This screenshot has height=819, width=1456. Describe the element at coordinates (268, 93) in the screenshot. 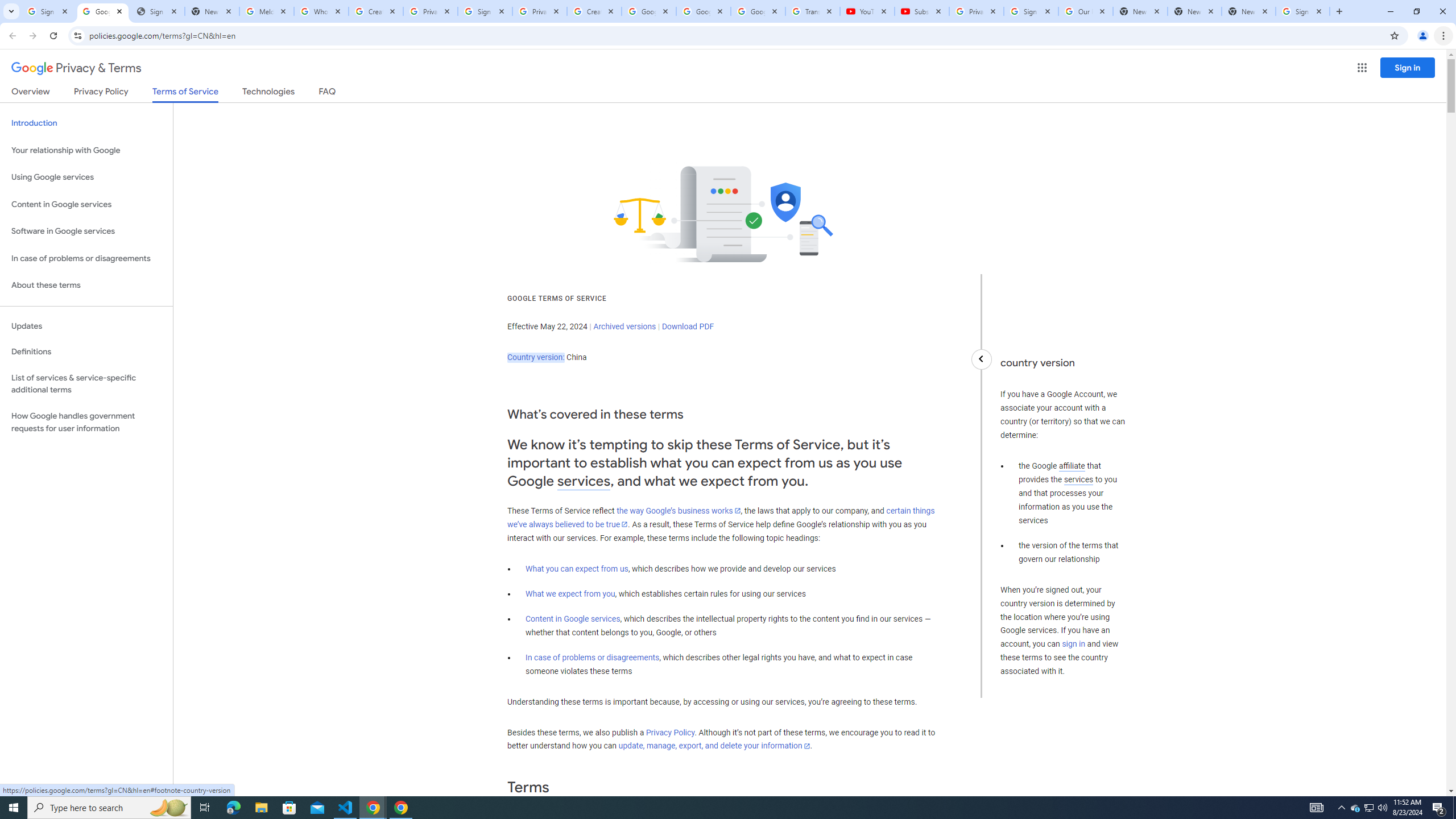

I see `'Technologies'` at that location.